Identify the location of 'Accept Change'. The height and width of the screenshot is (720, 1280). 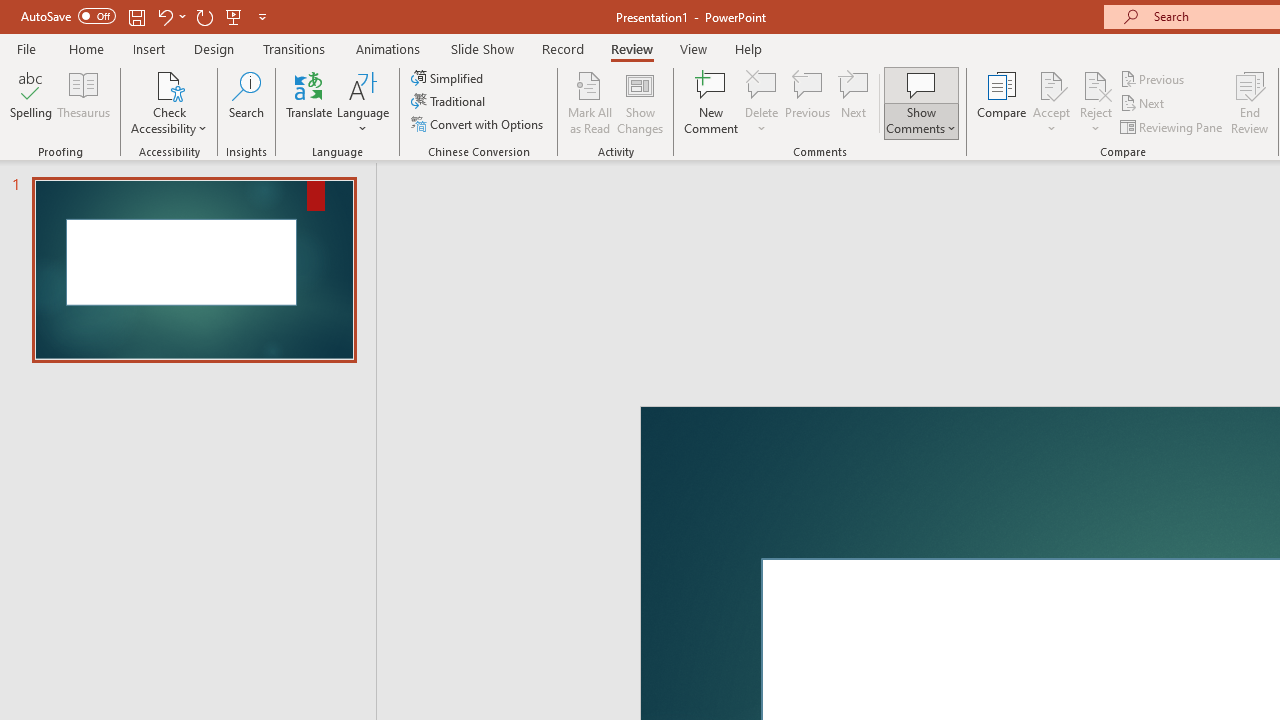
(1050, 84).